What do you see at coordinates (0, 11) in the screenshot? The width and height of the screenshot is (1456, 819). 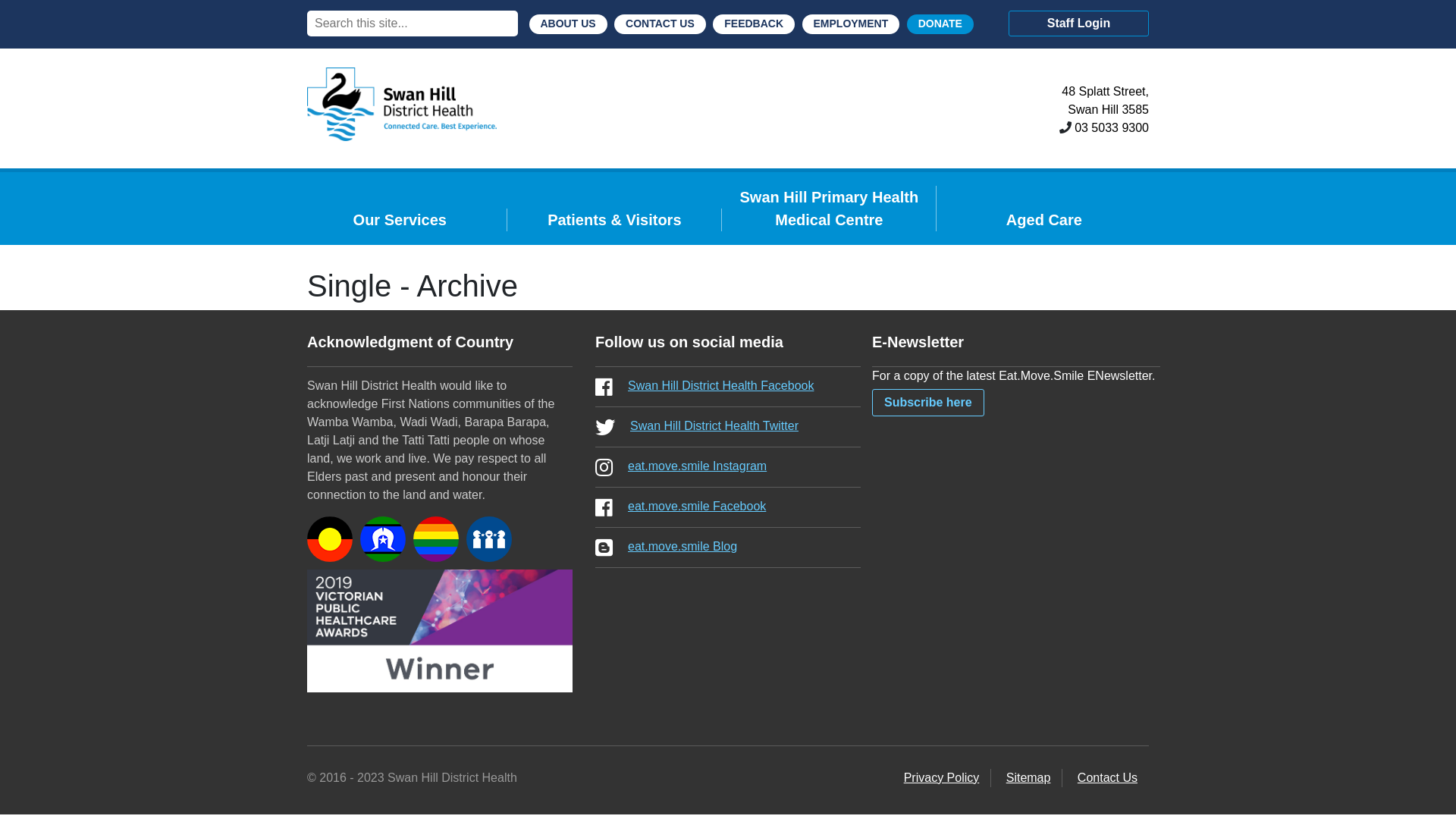 I see `'Search'` at bounding box center [0, 11].